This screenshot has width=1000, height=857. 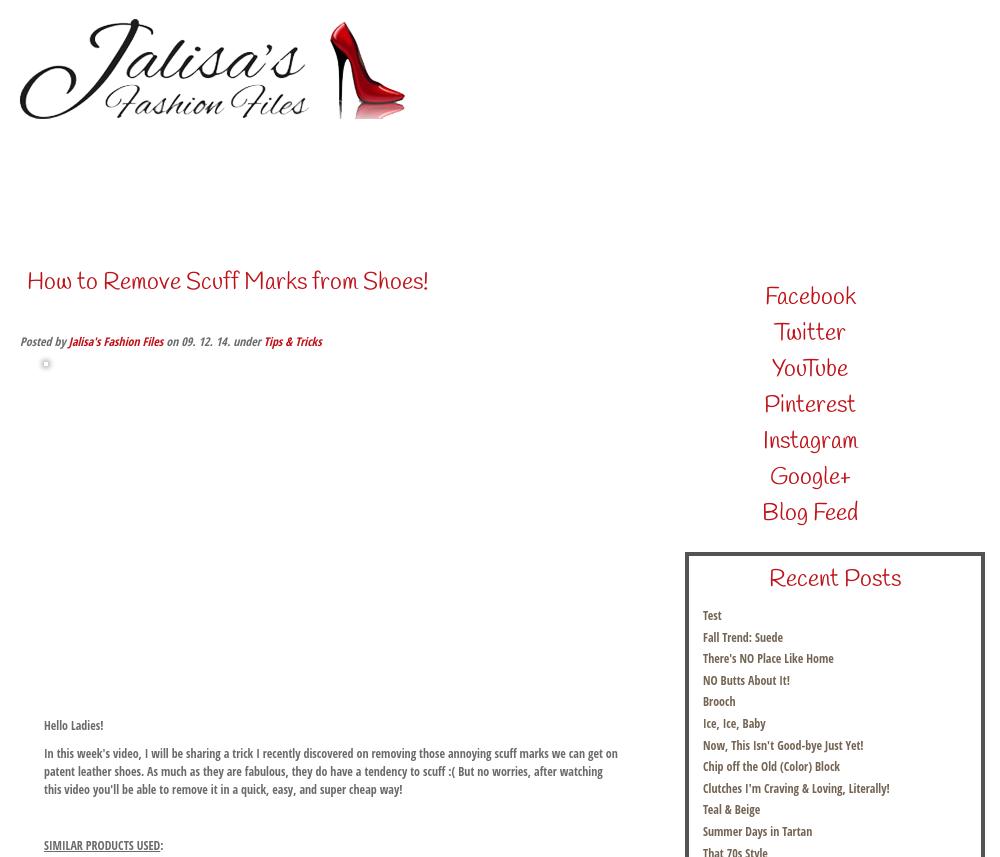 What do you see at coordinates (116, 341) in the screenshot?
I see `'Jalisa's Fashion Files'` at bounding box center [116, 341].